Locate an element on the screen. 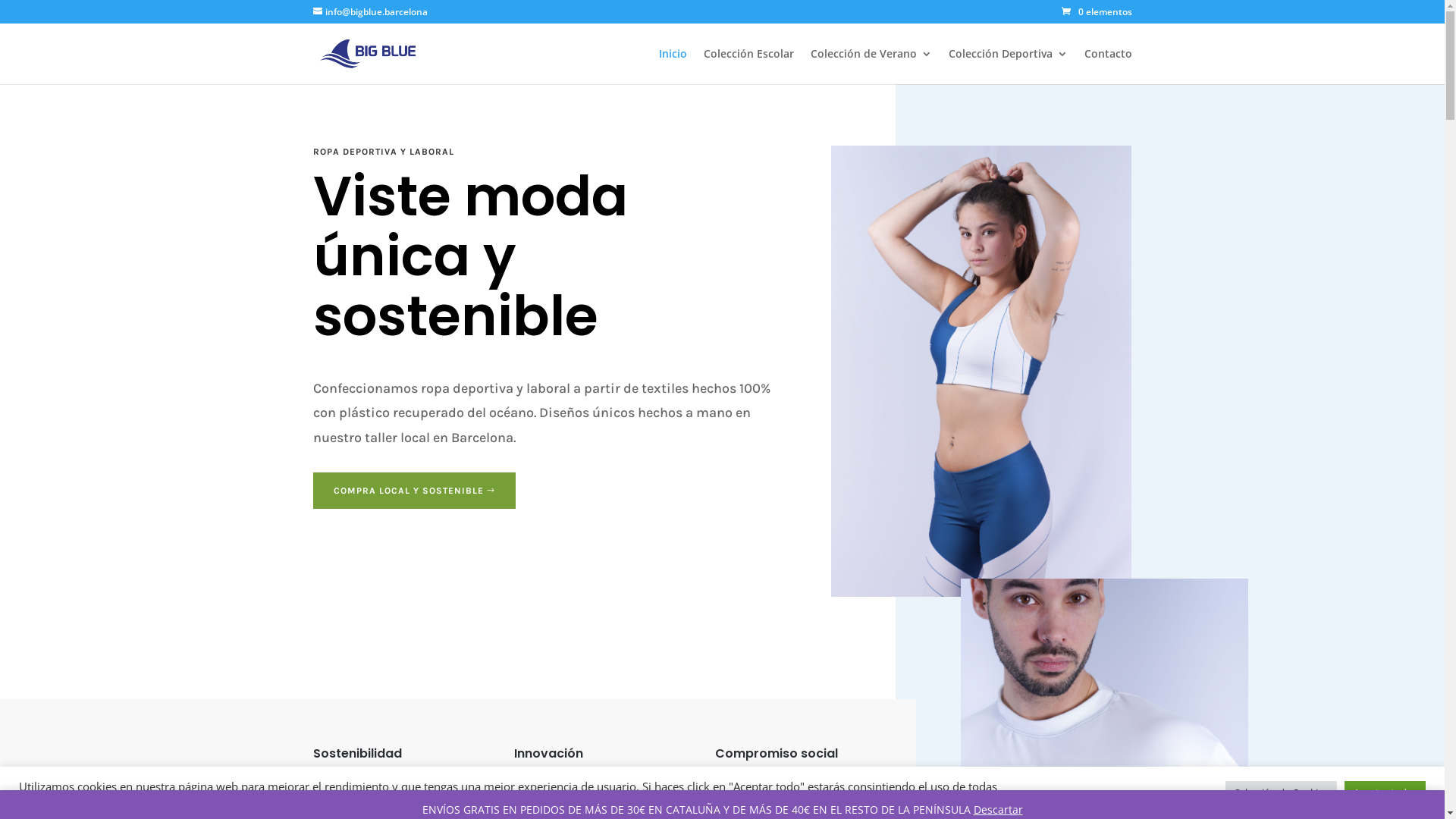 The height and width of the screenshot is (819, 1456). 'Inicio' is located at coordinates (671, 65).